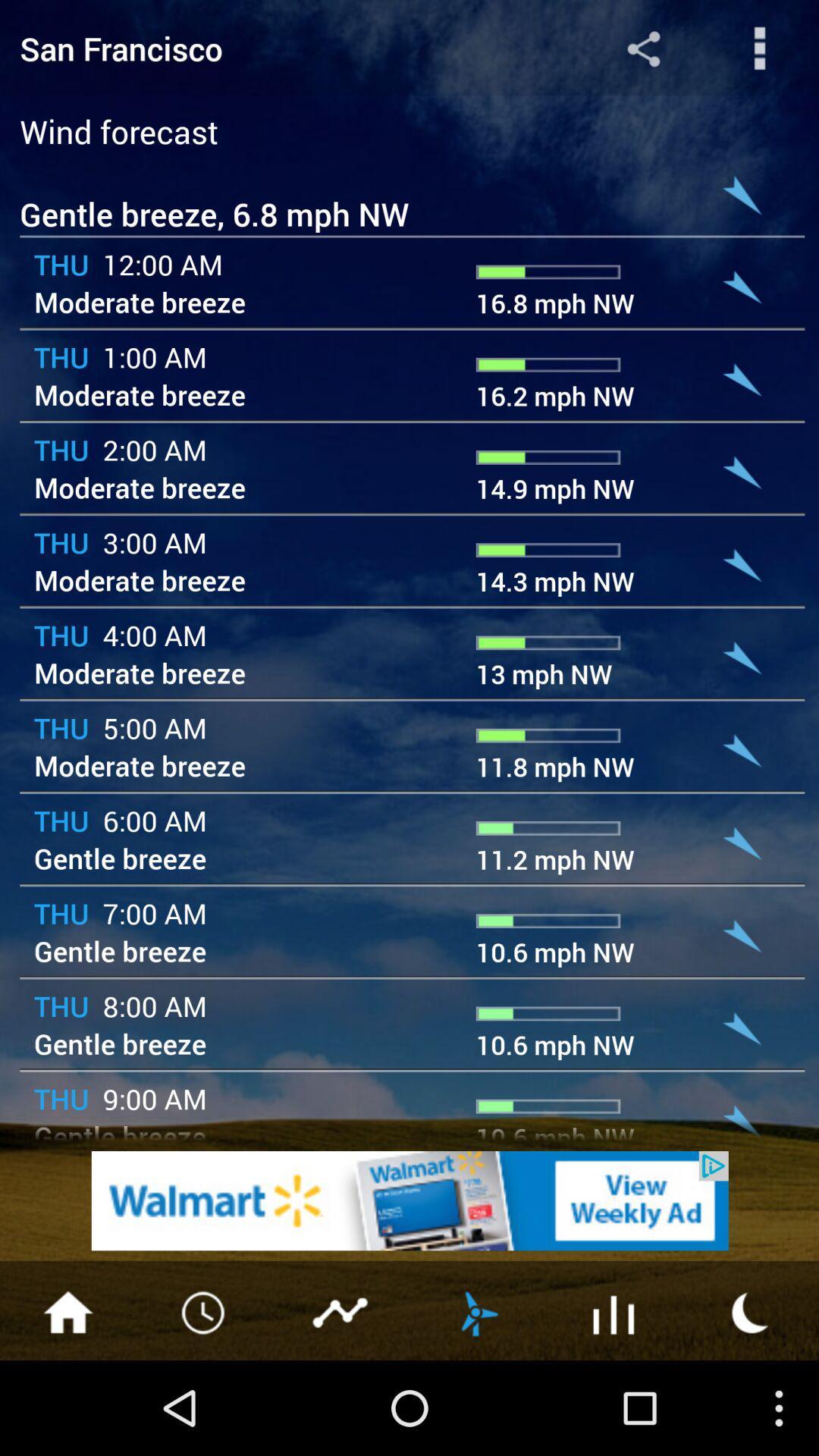  What do you see at coordinates (409, 1200) in the screenshot?
I see `the add` at bounding box center [409, 1200].